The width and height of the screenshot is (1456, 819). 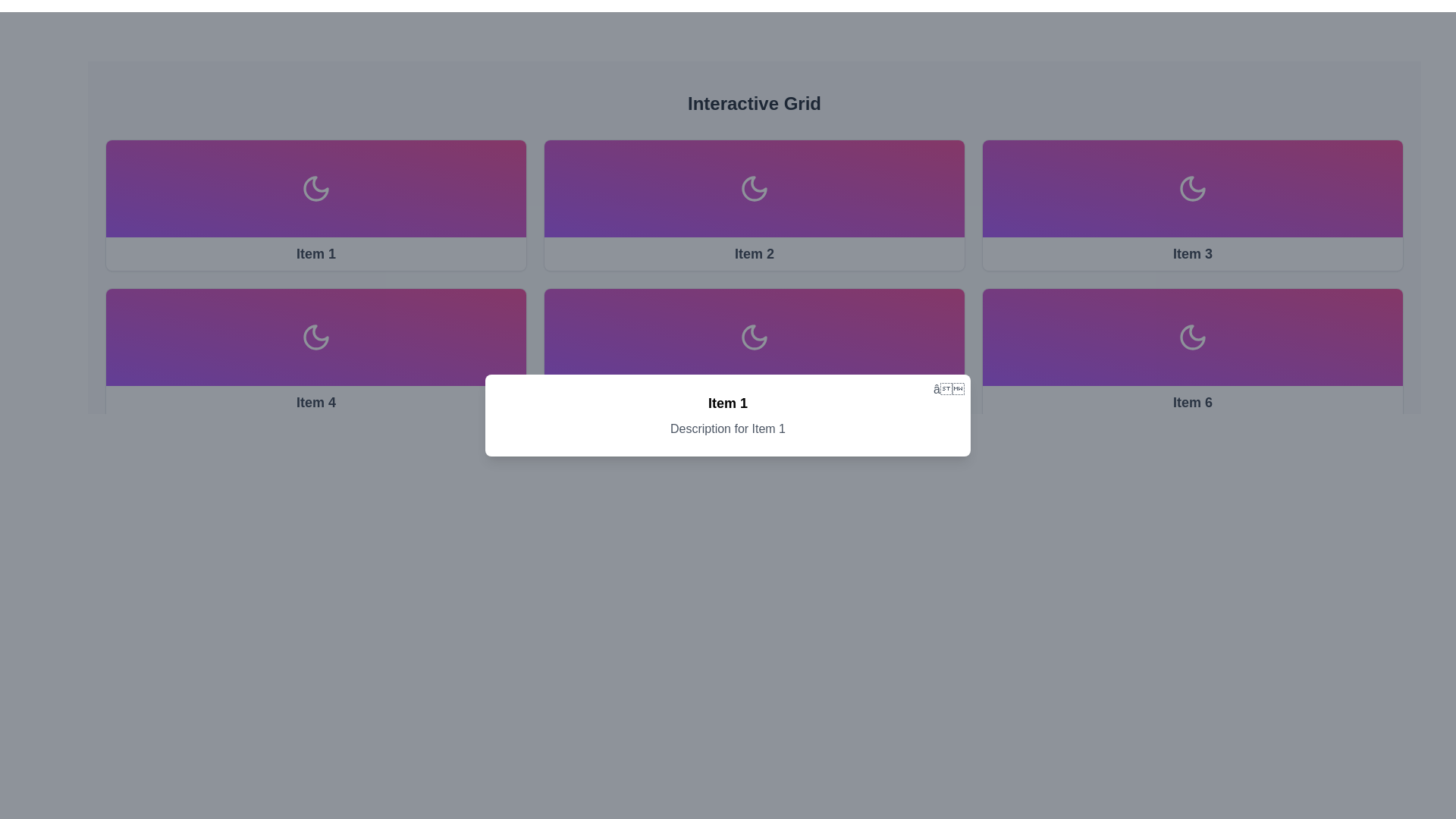 What do you see at coordinates (1192, 205) in the screenshot?
I see `the selectable card located in the third column of the top row in the grid` at bounding box center [1192, 205].